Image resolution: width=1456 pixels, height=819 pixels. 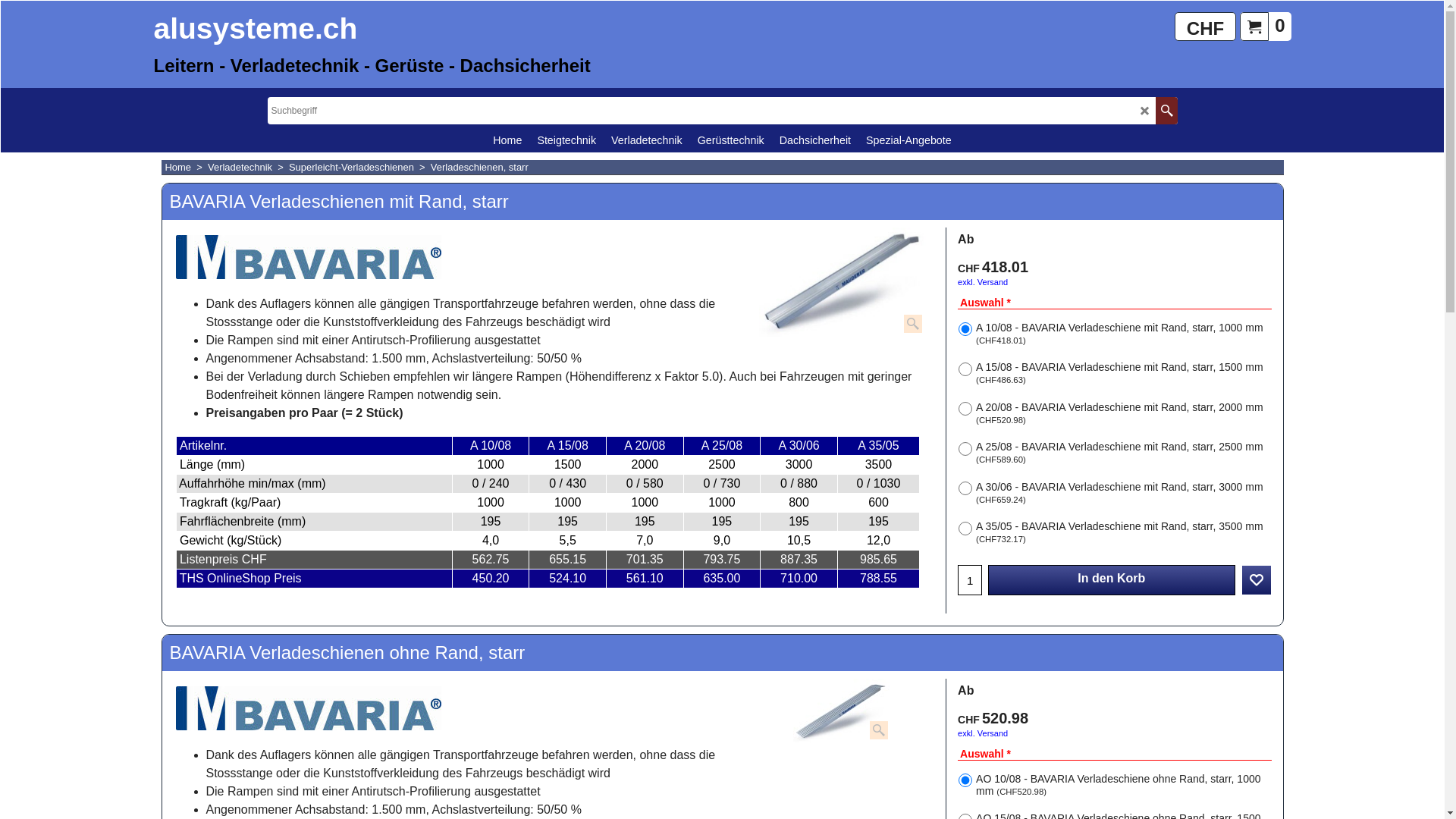 I want to click on 'Favoriten', so click(x=1256, y=579).